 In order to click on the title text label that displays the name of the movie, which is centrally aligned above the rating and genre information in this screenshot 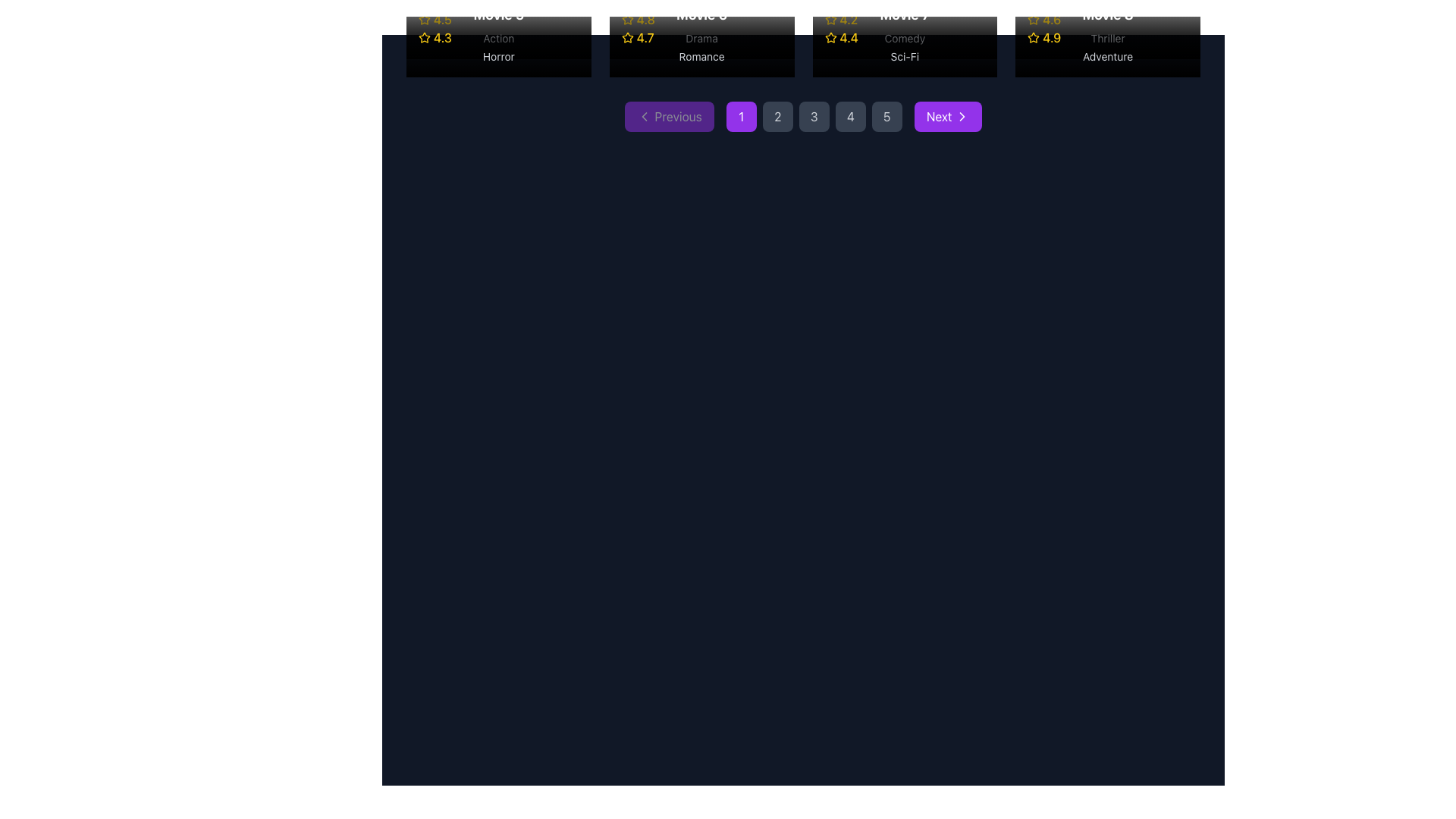, I will do `click(701, 14)`.